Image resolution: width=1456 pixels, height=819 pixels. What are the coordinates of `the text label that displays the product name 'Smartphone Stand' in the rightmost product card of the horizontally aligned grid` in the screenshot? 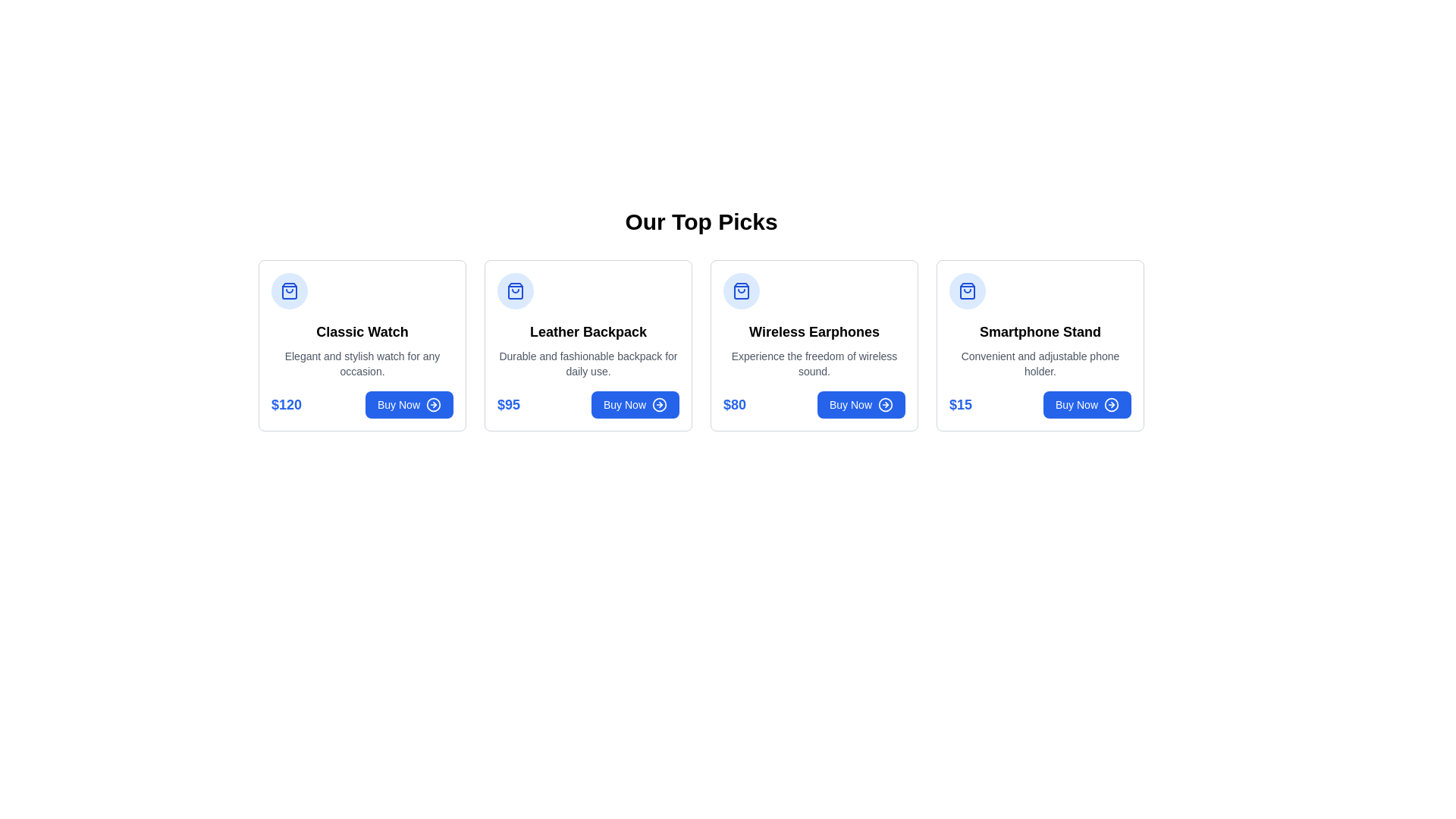 It's located at (1040, 331).